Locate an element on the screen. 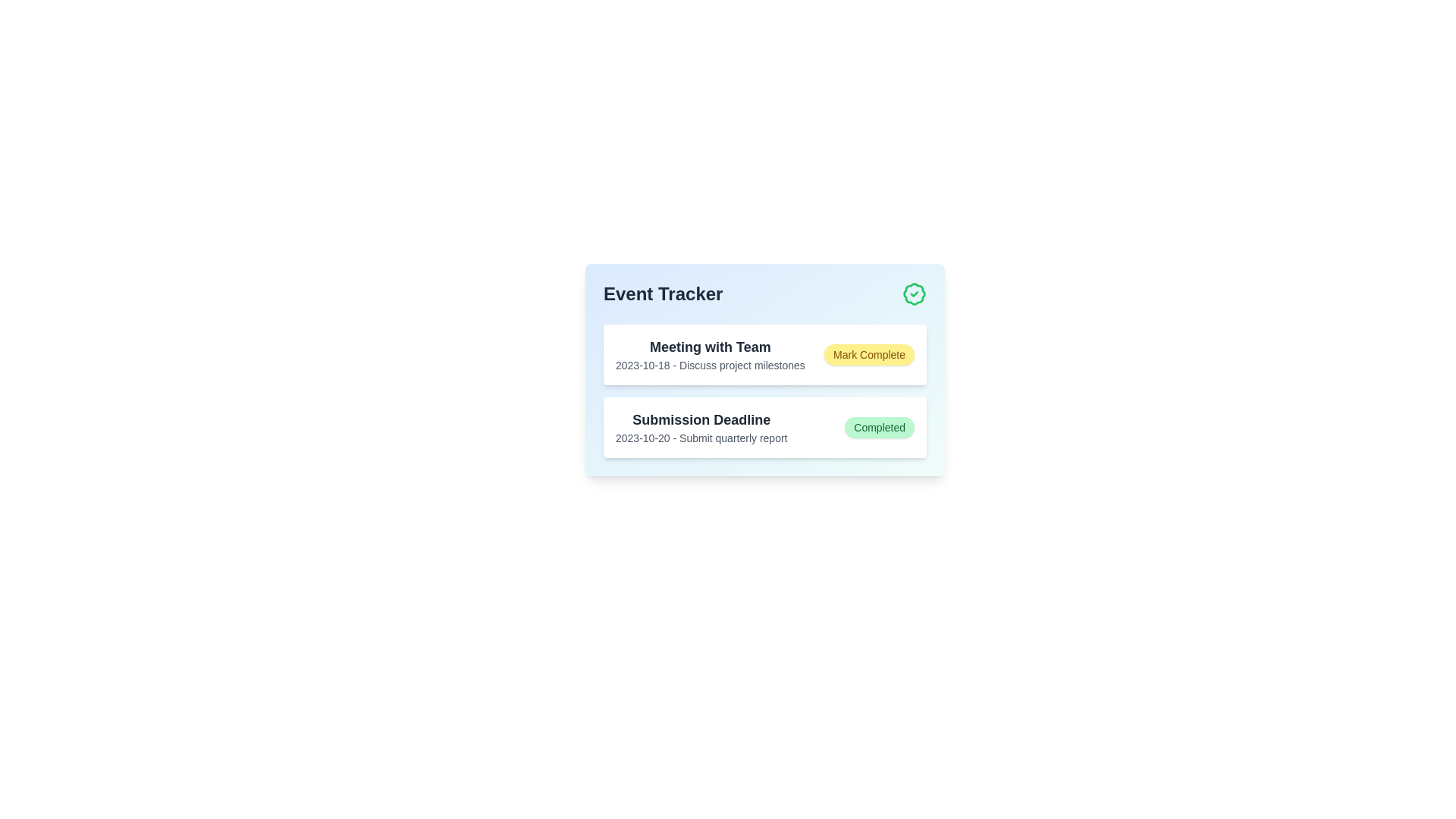 The image size is (1456, 819). the Text Block that displays 'Meeting with Team' with additional details underneath about the date and description, located within the first event card under 'Event Tracker' is located at coordinates (709, 354).